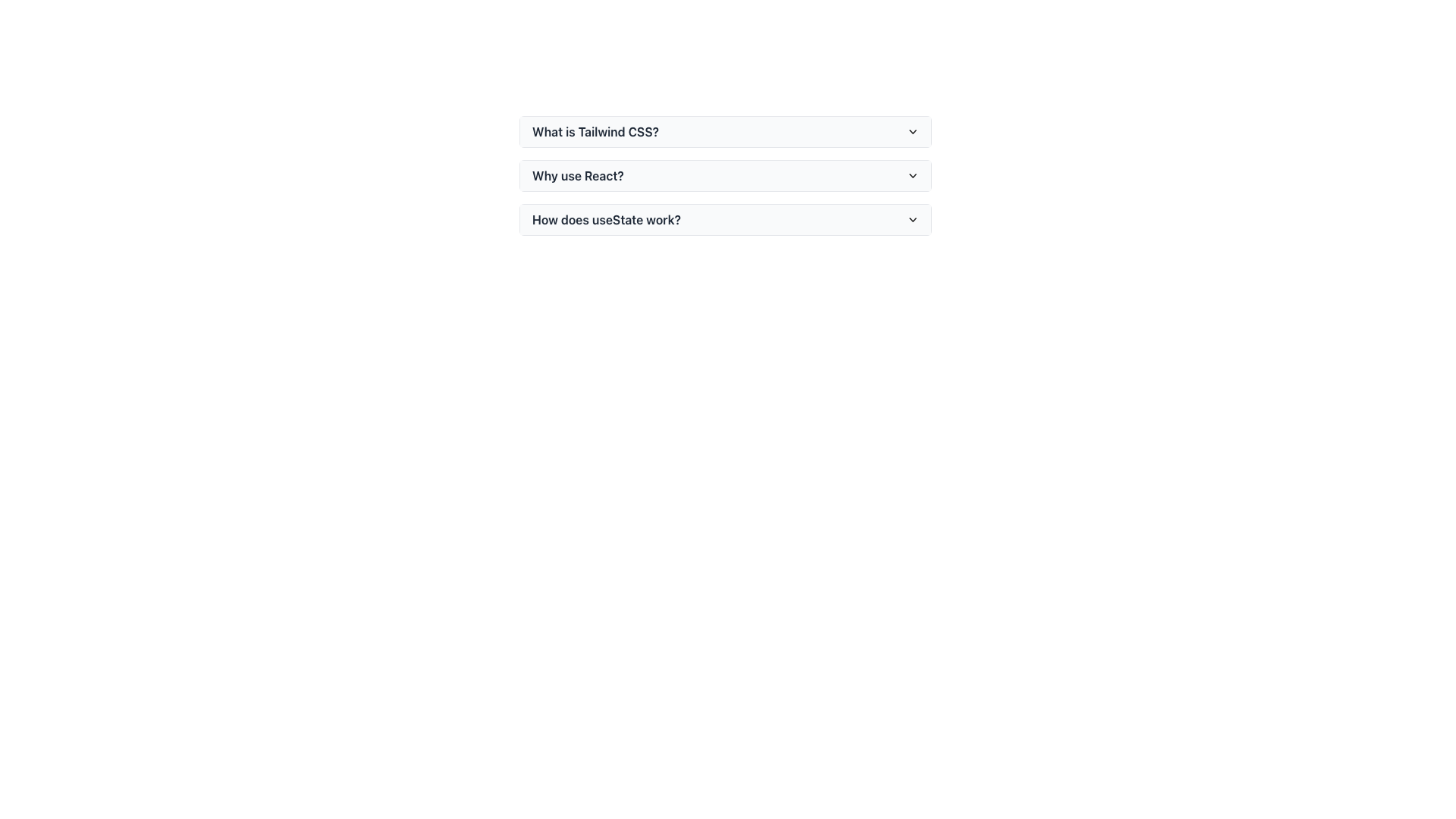  Describe the element at coordinates (724, 174) in the screenshot. I see `the collapsible list item labeled 'Why use React?'` at that location.